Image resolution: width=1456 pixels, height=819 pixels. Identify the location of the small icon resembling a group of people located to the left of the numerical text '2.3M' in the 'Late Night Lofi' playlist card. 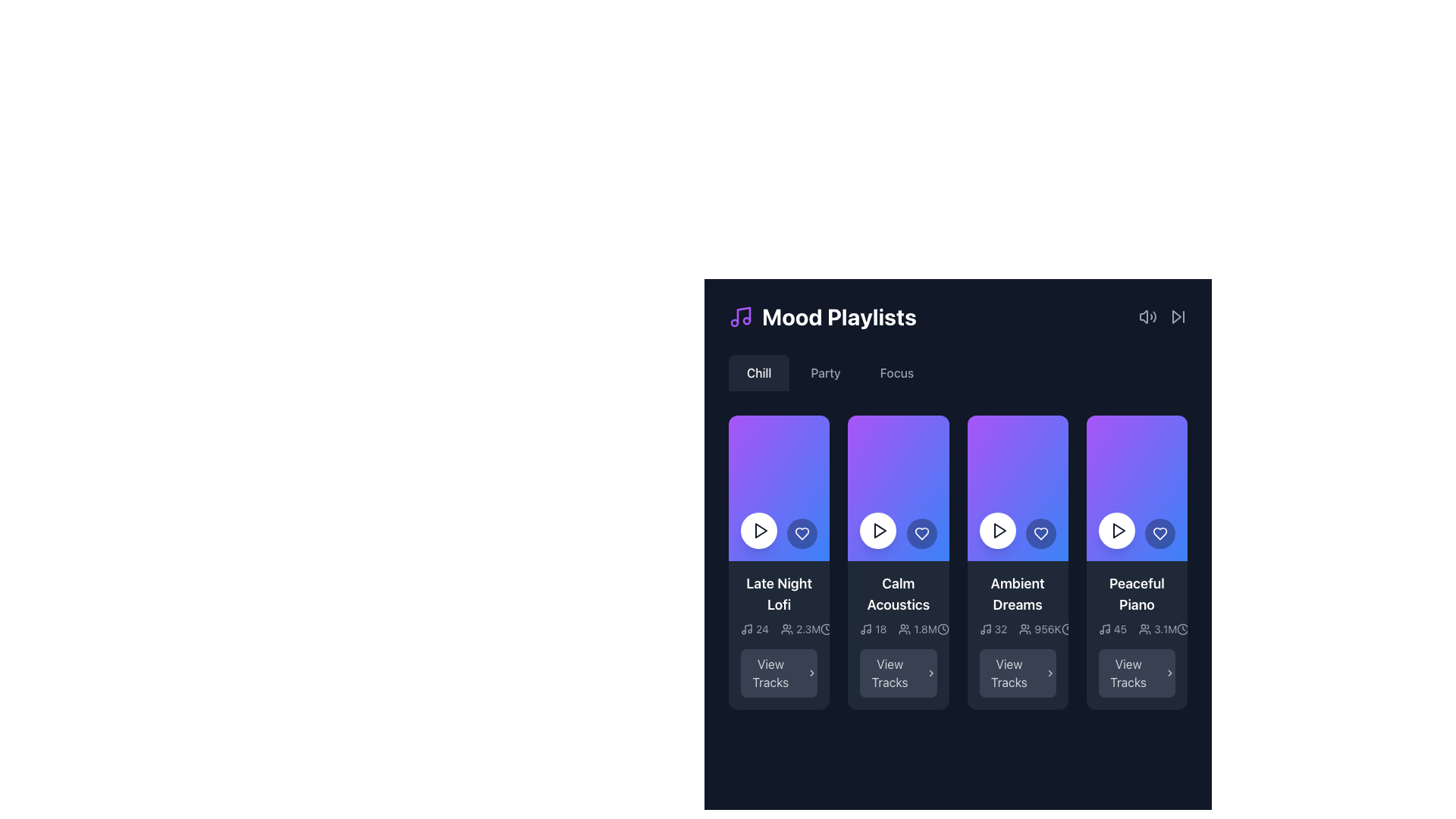
(786, 629).